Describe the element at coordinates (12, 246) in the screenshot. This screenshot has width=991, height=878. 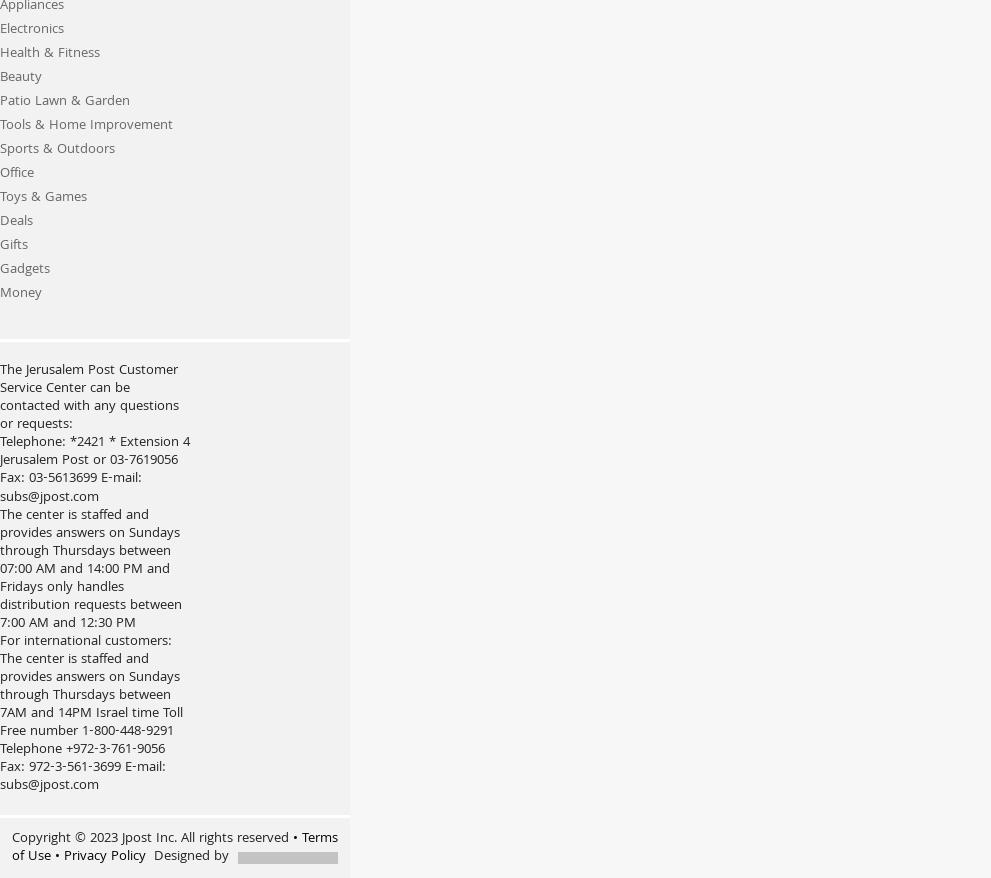
I see `'Gifts'` at that location.